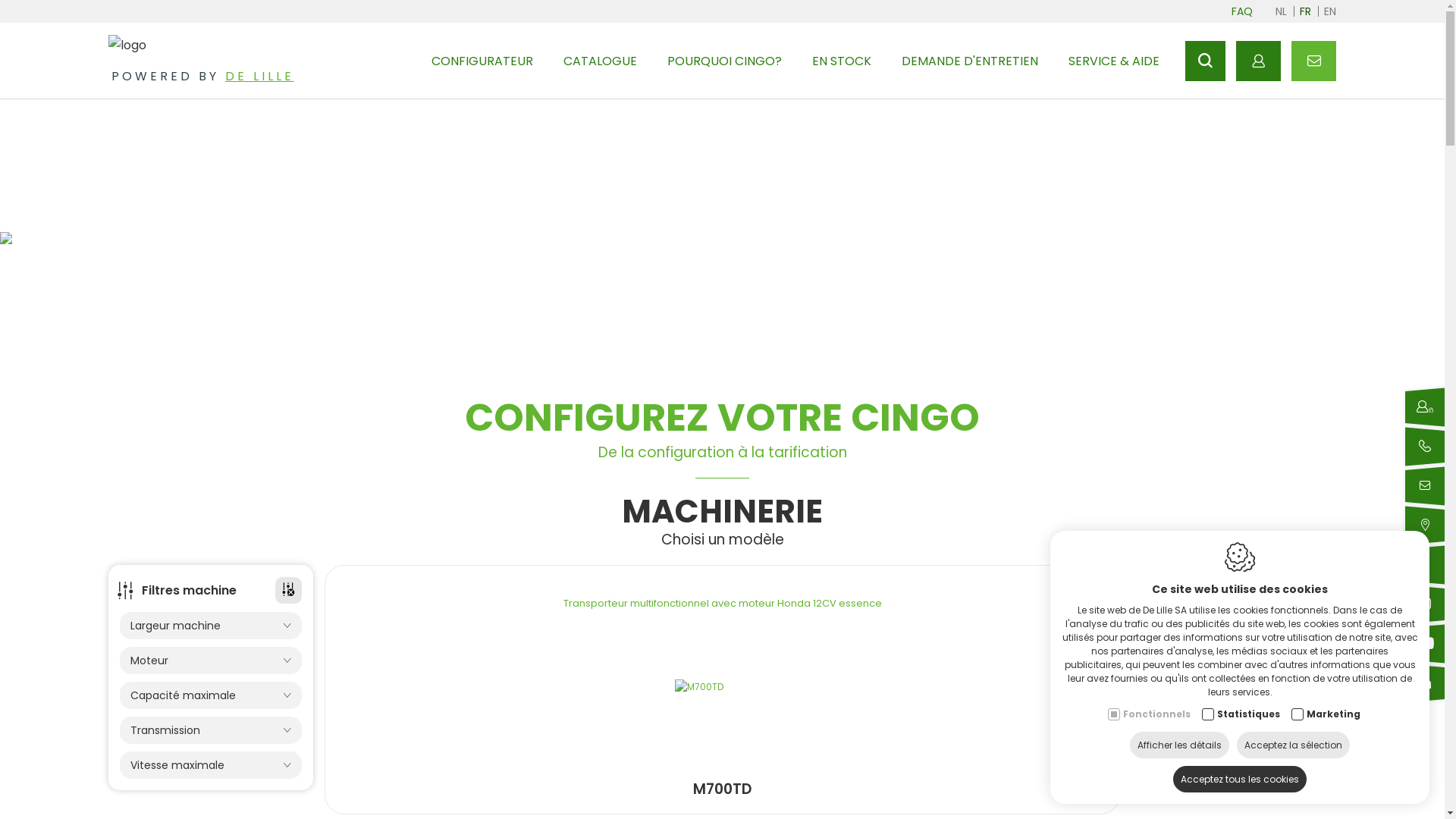  I want to click on 'POWERED BY DE LILLE', so click(108, 76).